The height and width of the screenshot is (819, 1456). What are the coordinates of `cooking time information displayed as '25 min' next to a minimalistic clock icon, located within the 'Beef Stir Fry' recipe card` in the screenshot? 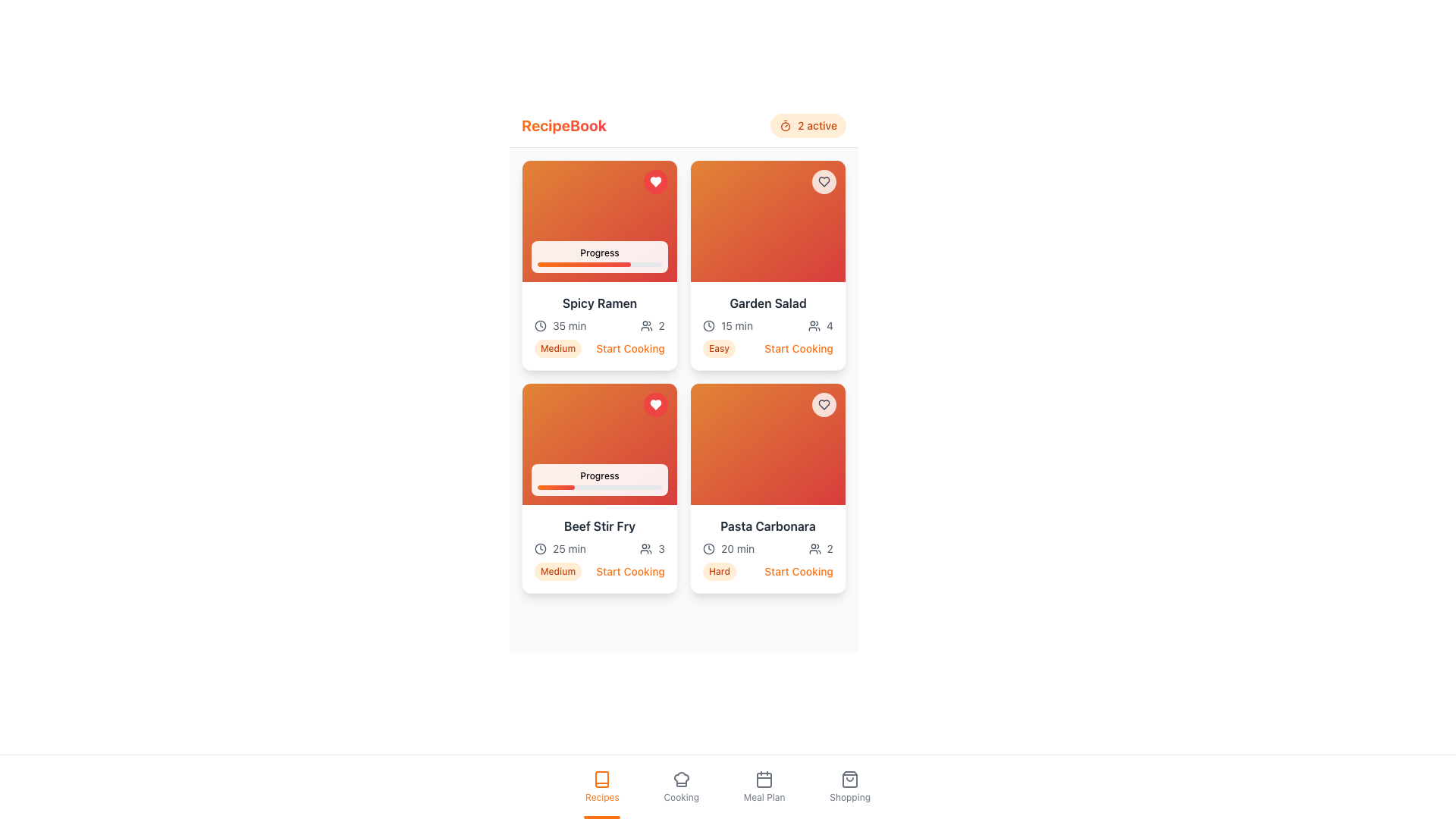 It's located at (560, 549).